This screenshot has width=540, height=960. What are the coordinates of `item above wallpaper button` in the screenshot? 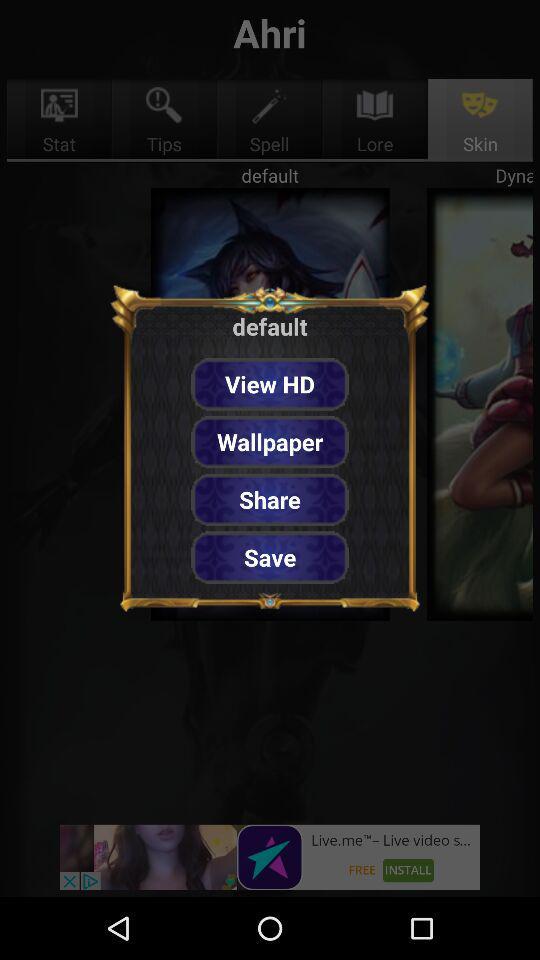 It's located at (270, 383).